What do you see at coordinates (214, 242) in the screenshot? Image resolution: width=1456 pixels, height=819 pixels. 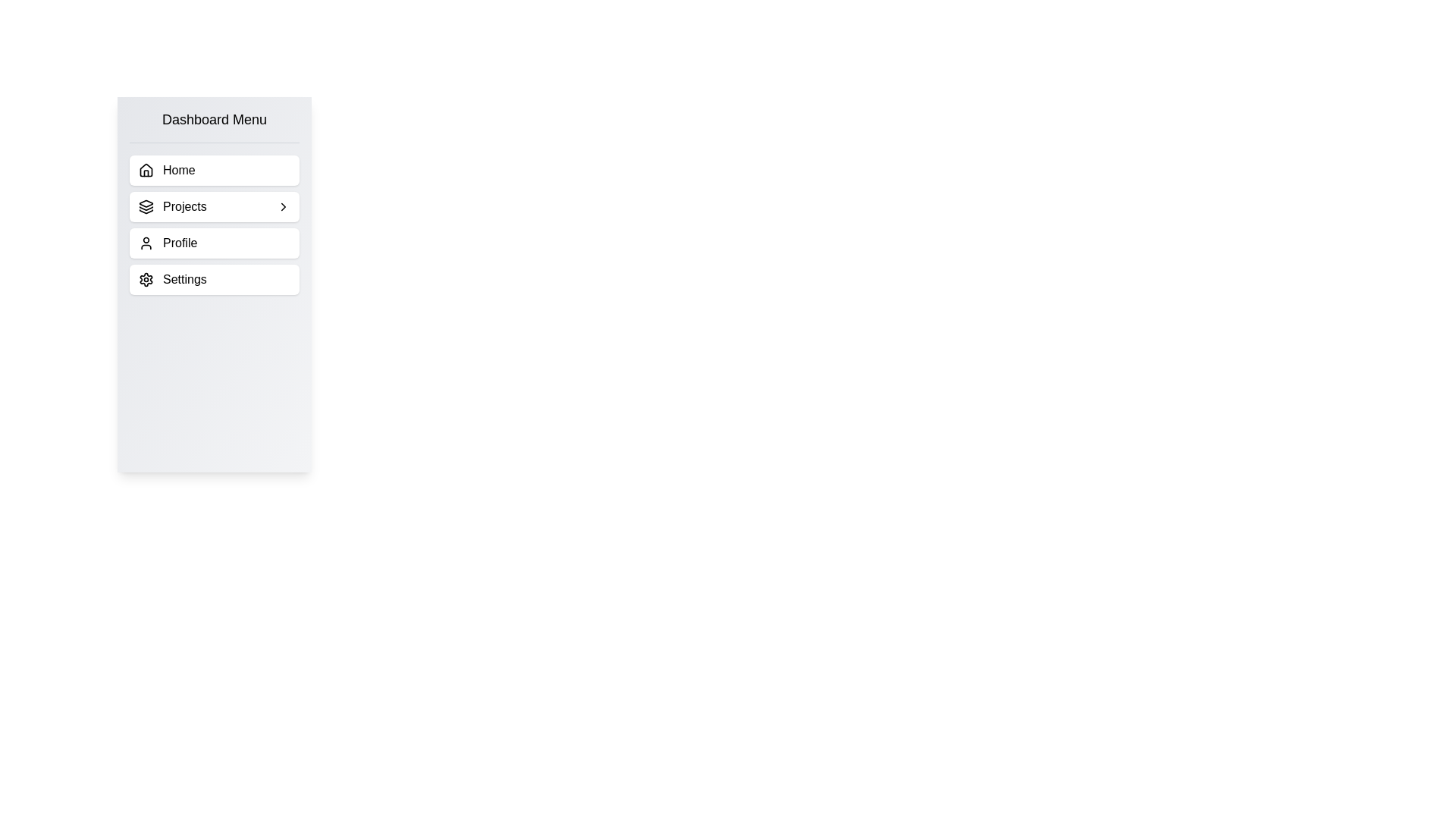 I see `the 'Profile' menu item located in the sidebar, which is the third item in the menu list` at bounding box center [214, 242].